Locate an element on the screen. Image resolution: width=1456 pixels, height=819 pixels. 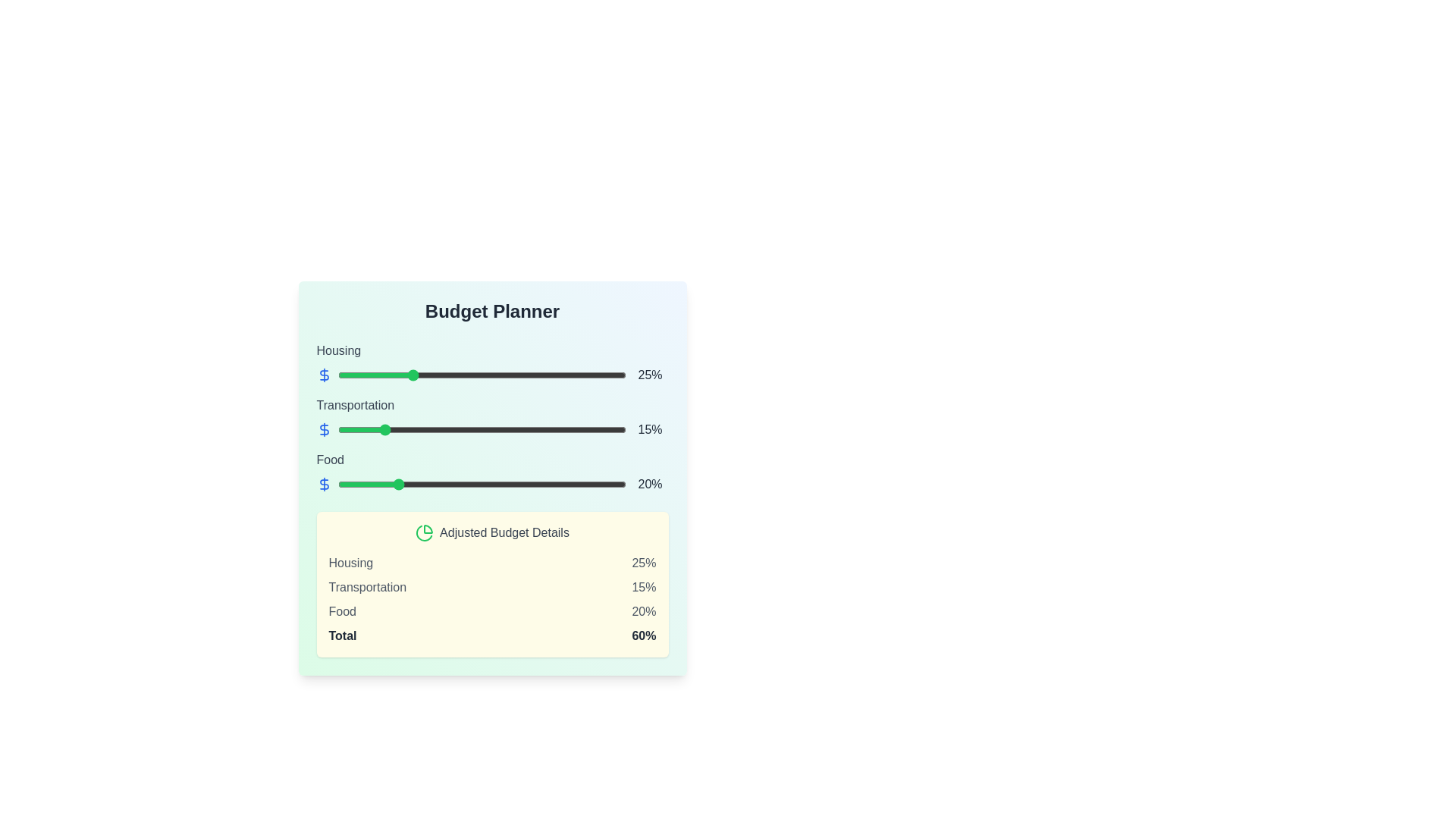
the housing budget percentage is located at coordinates (519, 375).